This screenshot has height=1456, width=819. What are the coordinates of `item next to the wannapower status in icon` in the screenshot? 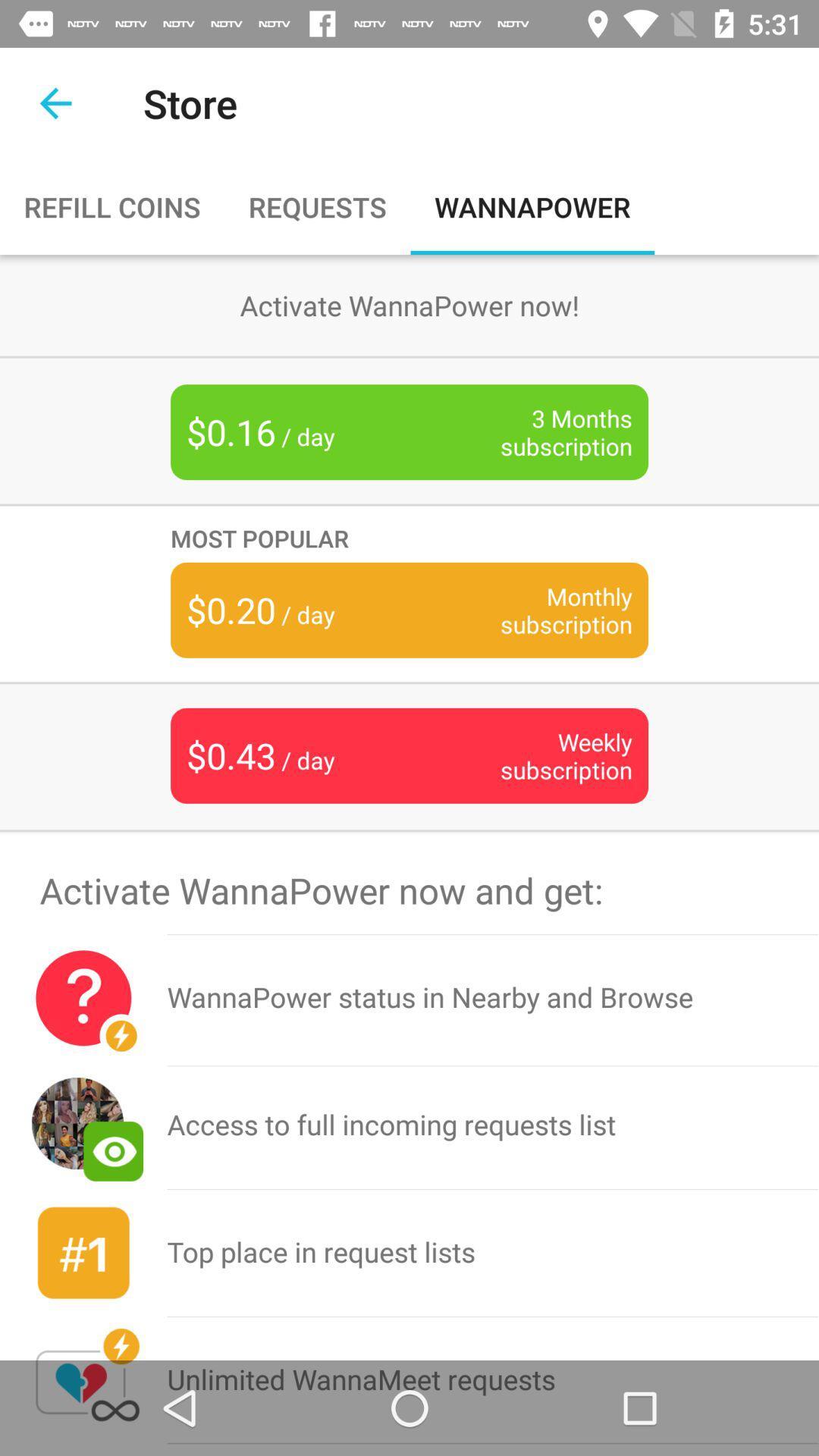 It's located at (83, 1125).